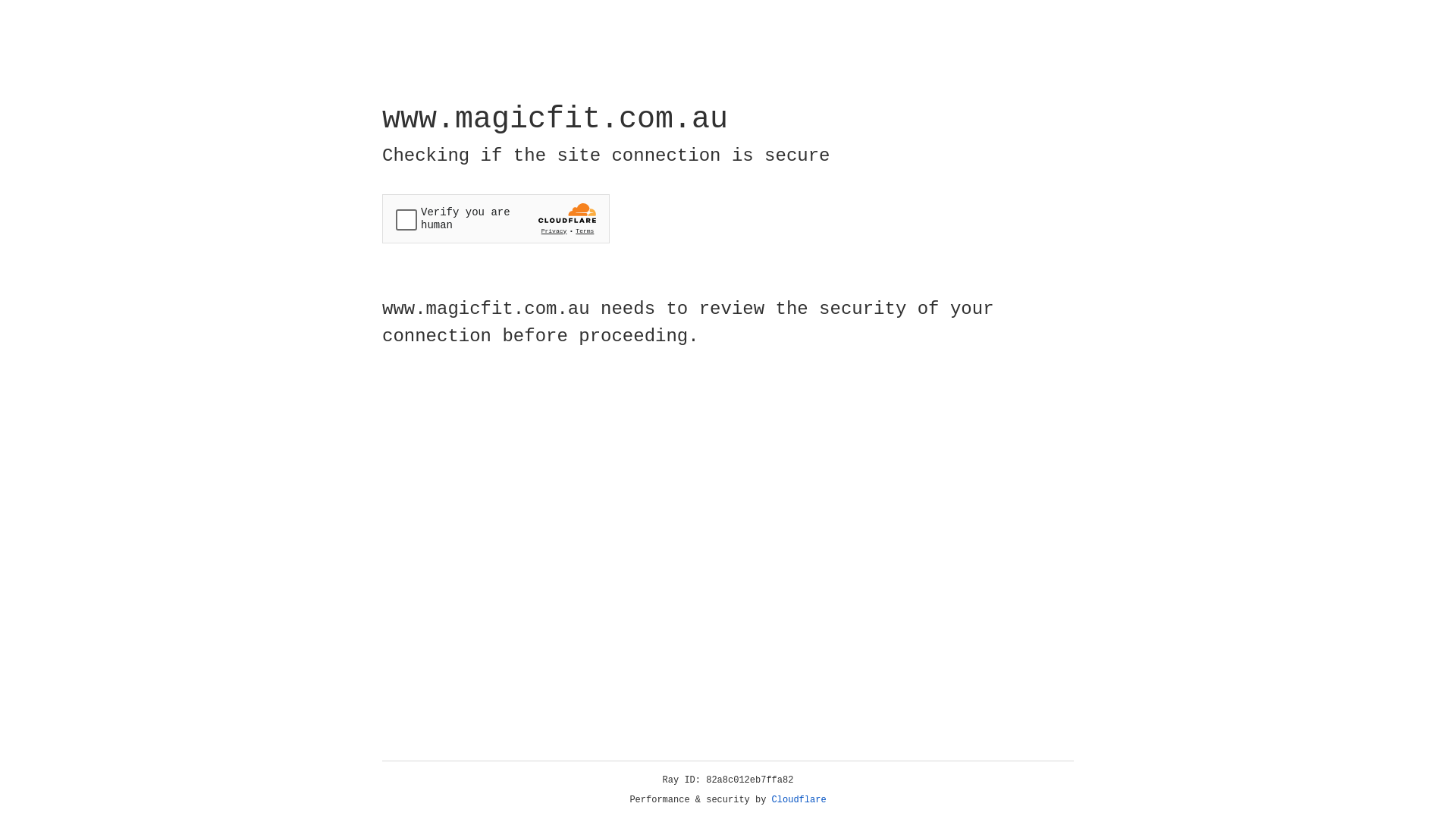 This screenshot has width=1456, height=819. I want to click on 'Cloudflare', so click(771, 799).